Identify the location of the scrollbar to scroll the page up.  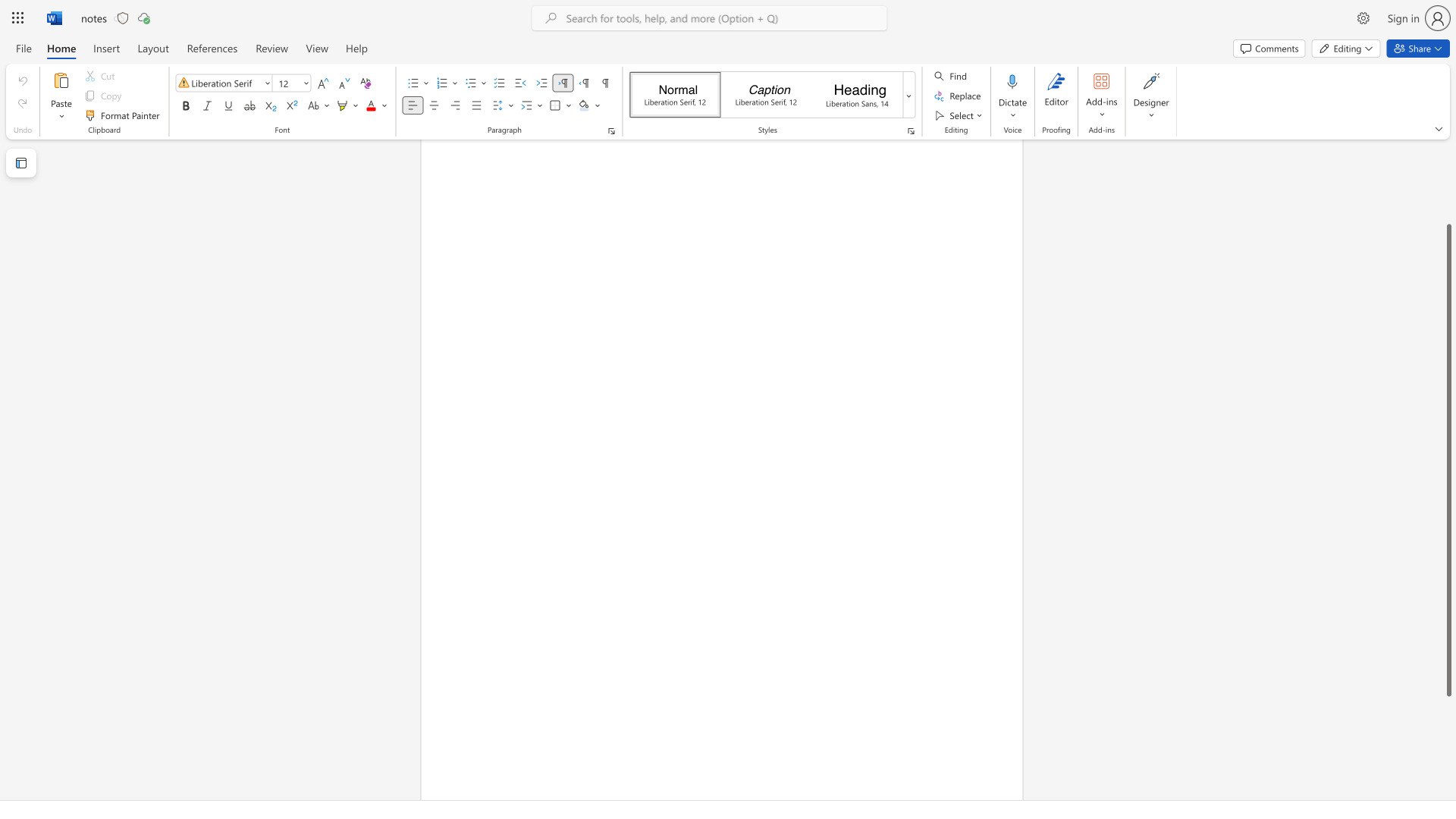
(1448, 180).